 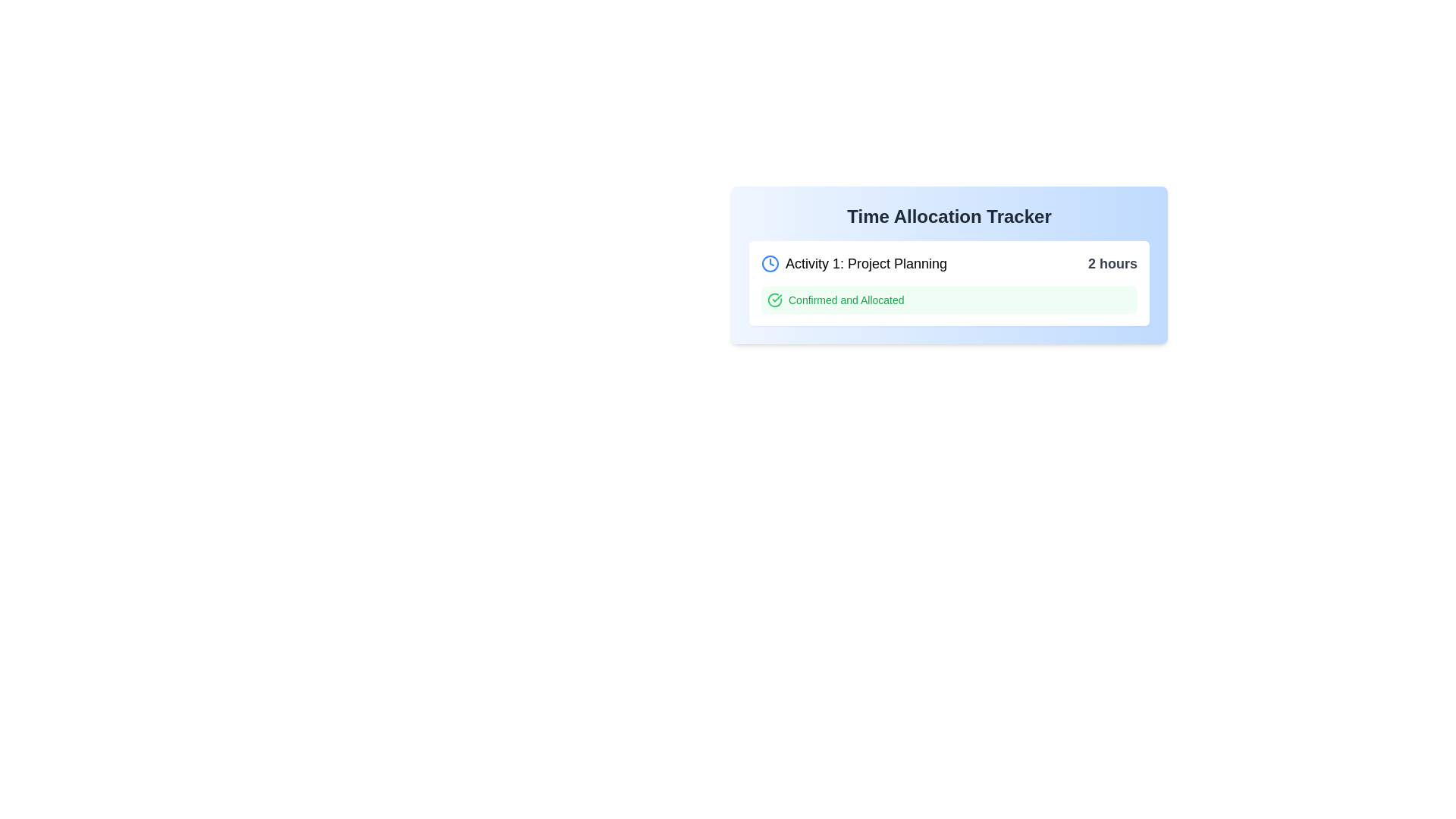 I want to click on the green circular icon with a checkmark inside, which symbolizes confirmation, so click(x=775, y=300).